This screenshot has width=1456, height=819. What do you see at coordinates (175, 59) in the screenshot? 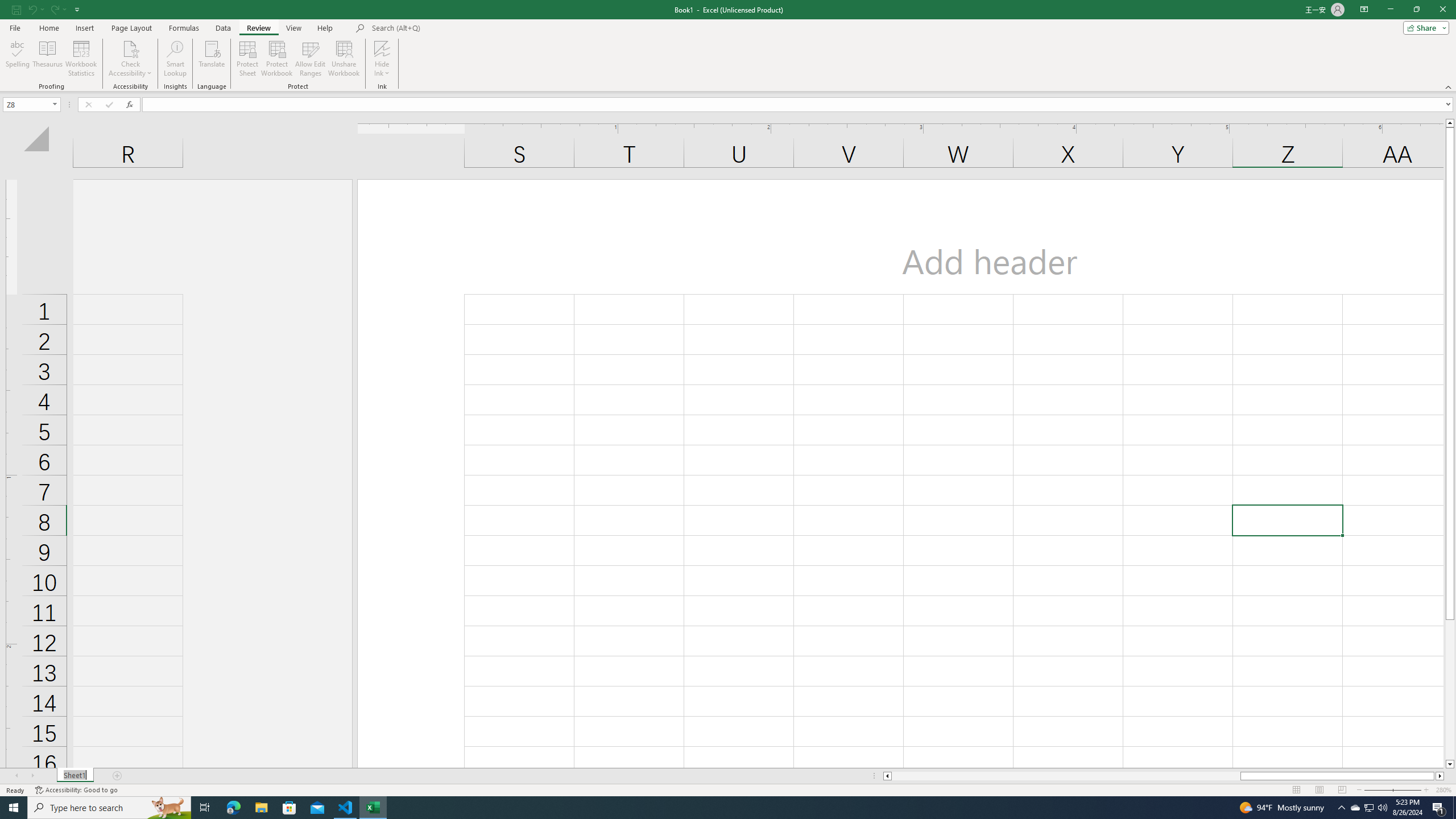
I see `'Smart Lookup'` at bounding box center [175, 59].